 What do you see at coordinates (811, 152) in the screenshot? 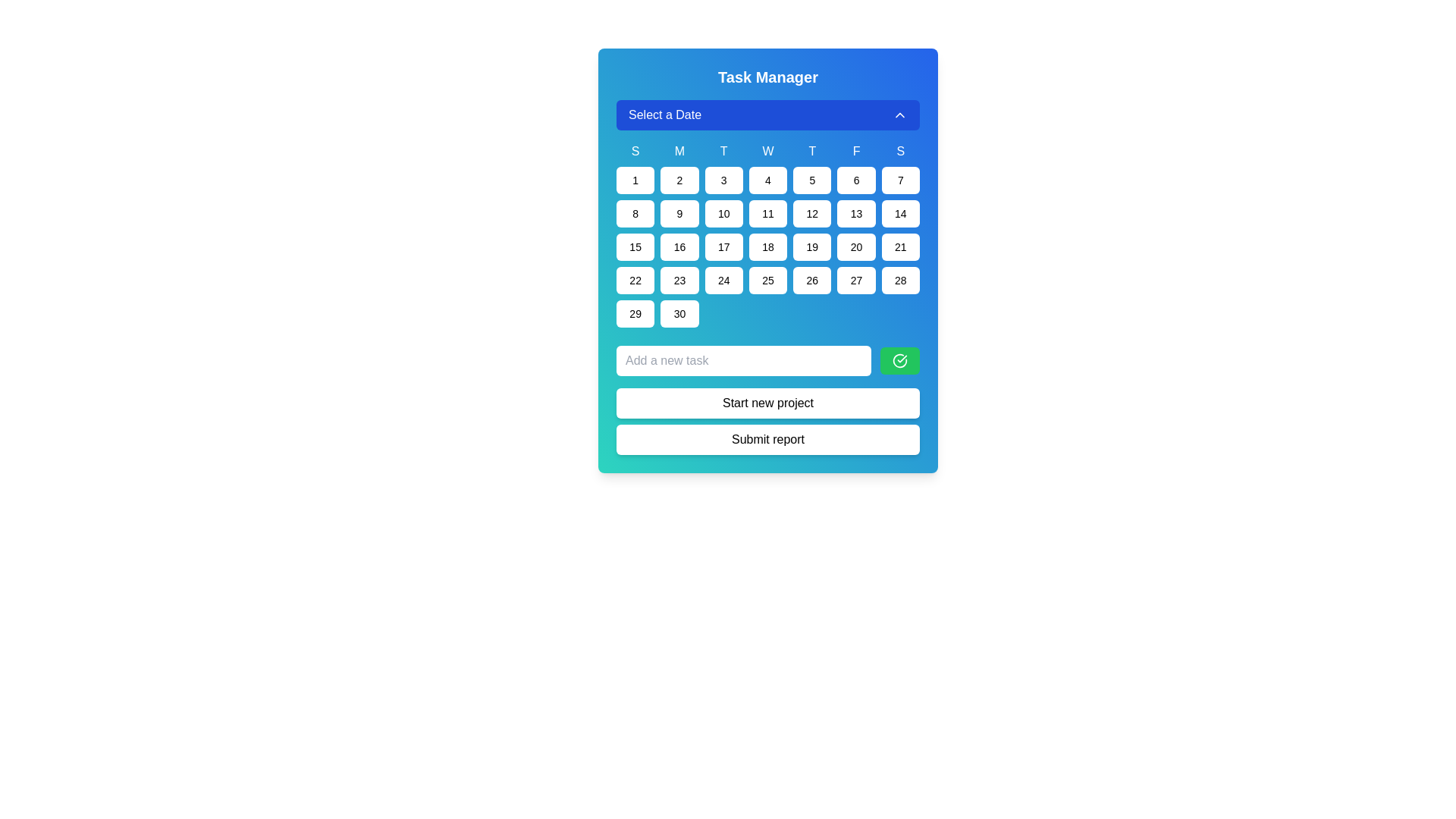
I see `the static text label for Thursday in the calendar interface, which is the fifth item in the row of week labels` at bounding box center [811, 152].